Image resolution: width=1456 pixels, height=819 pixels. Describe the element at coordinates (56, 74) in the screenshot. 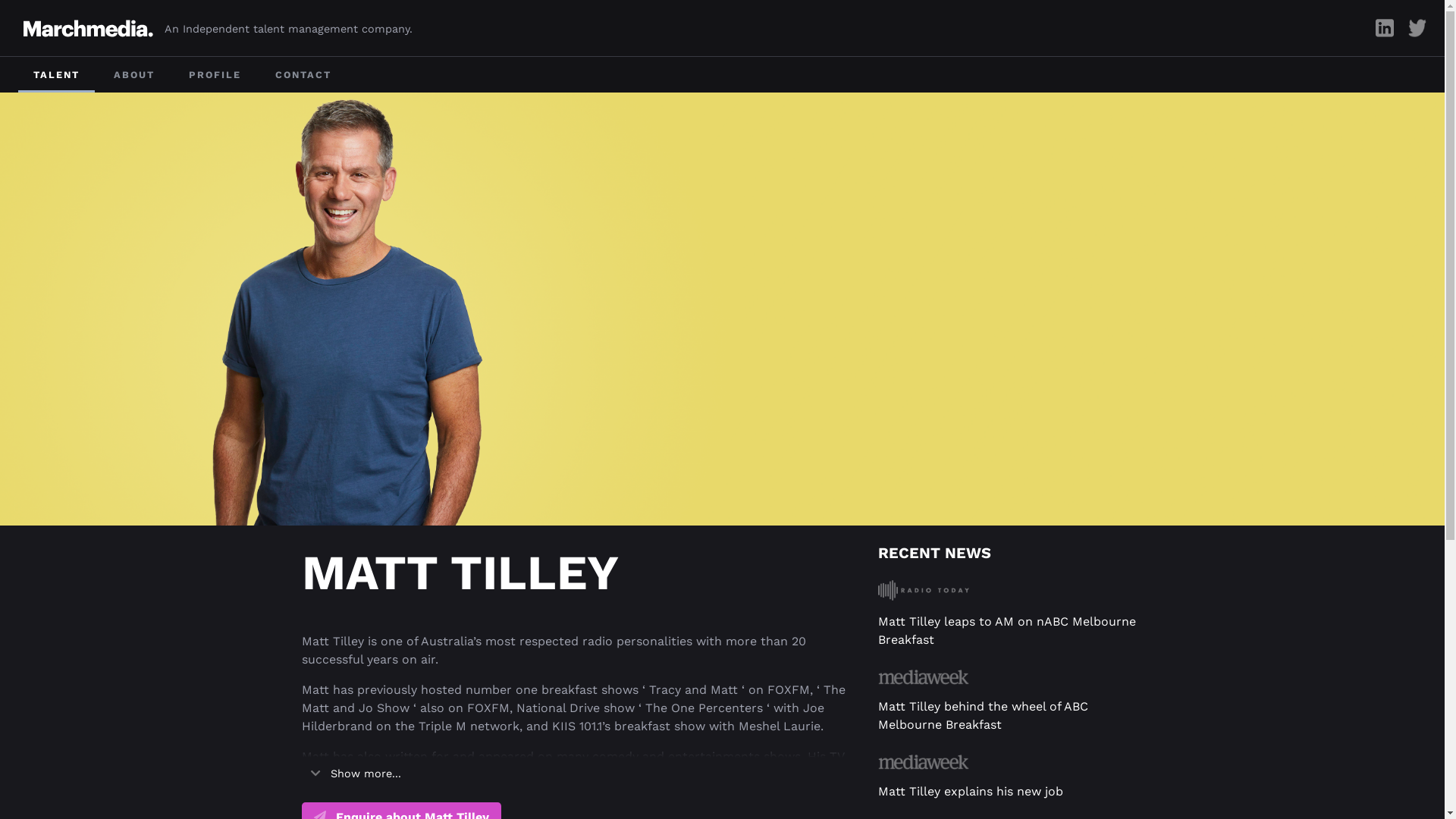

I see `'TALENT'` at that location.